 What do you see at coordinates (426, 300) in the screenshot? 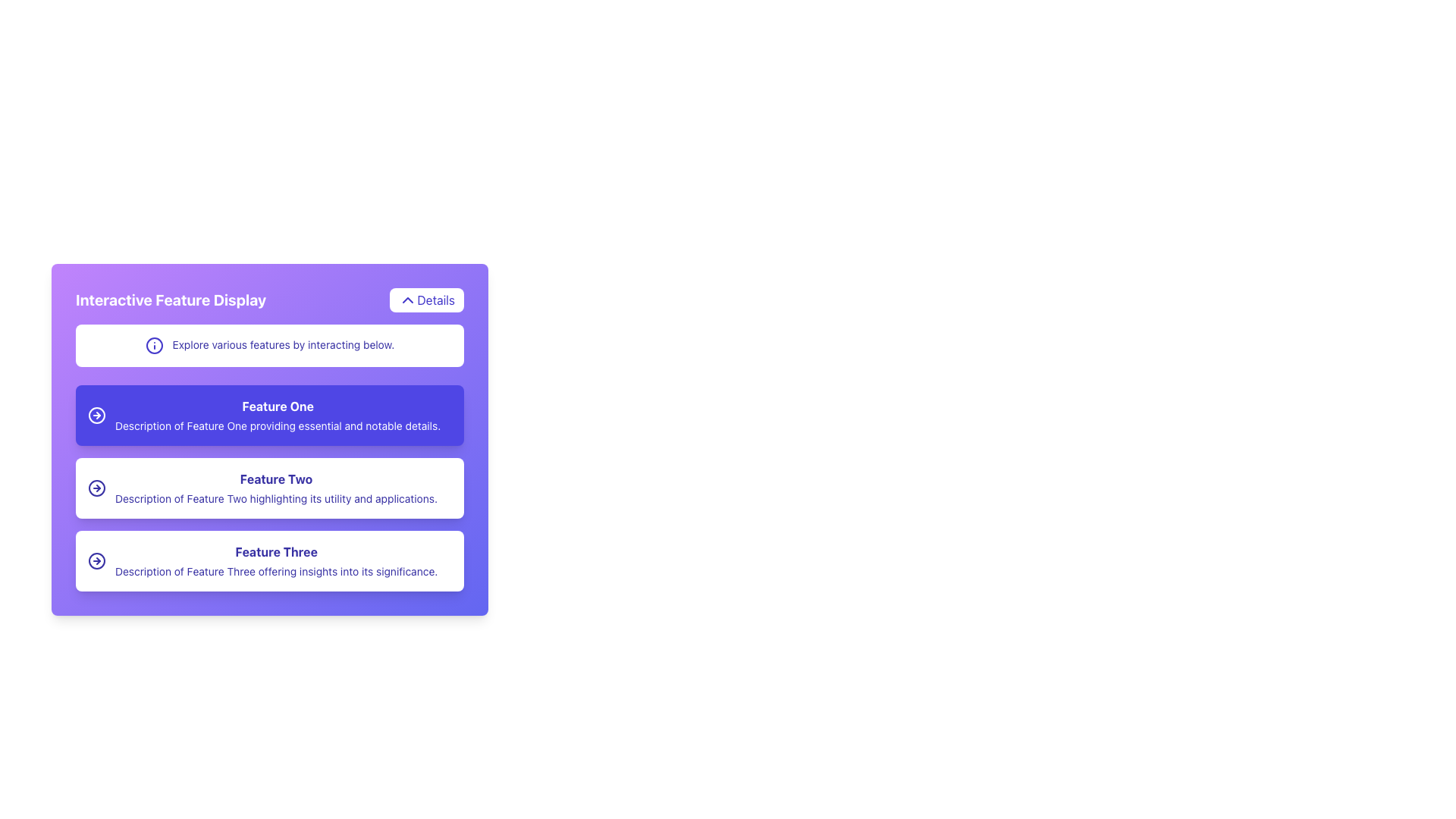
I see `the button labeled 'Details' with an upward-pointing chevron icon` at bounding box center [426, 300].